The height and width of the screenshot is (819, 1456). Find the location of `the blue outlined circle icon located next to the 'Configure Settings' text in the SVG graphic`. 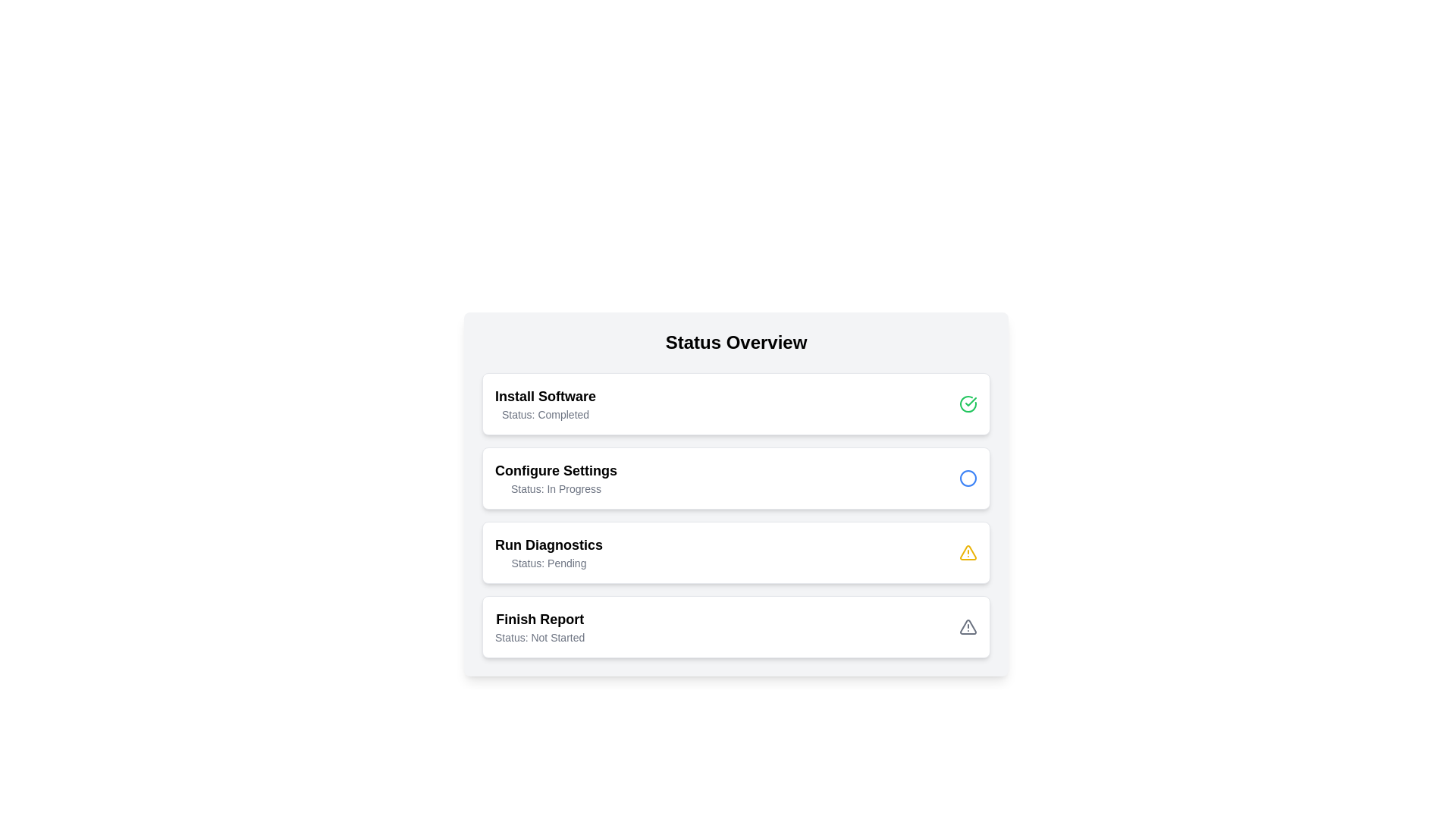

the blue outlined circle icon located next to the 'Configure Settings' text in the SVG graphic is located at coordinates (967, 479).